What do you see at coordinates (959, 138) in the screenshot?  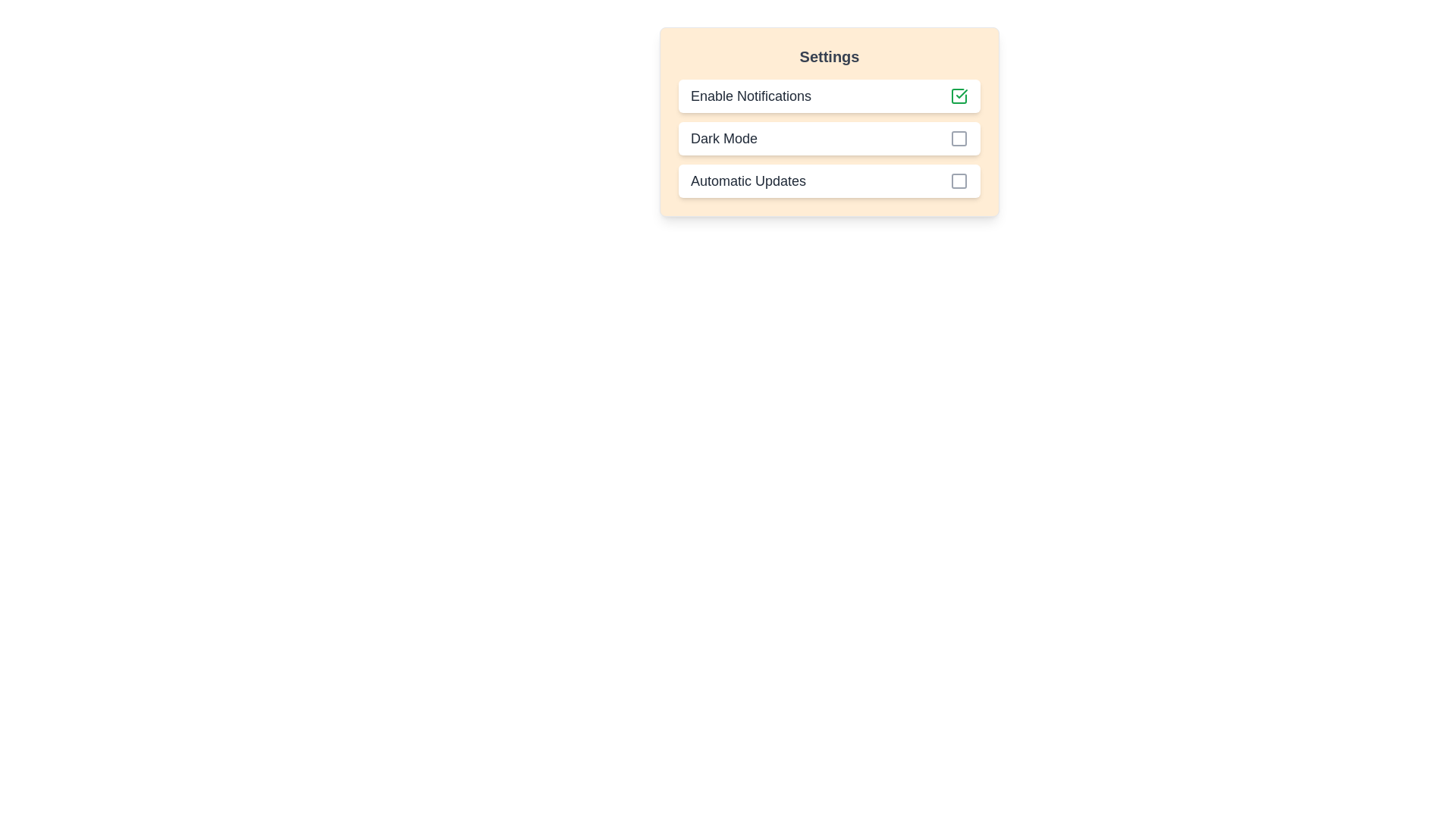 I see `the checkbox` at bounding box center [959, 138].